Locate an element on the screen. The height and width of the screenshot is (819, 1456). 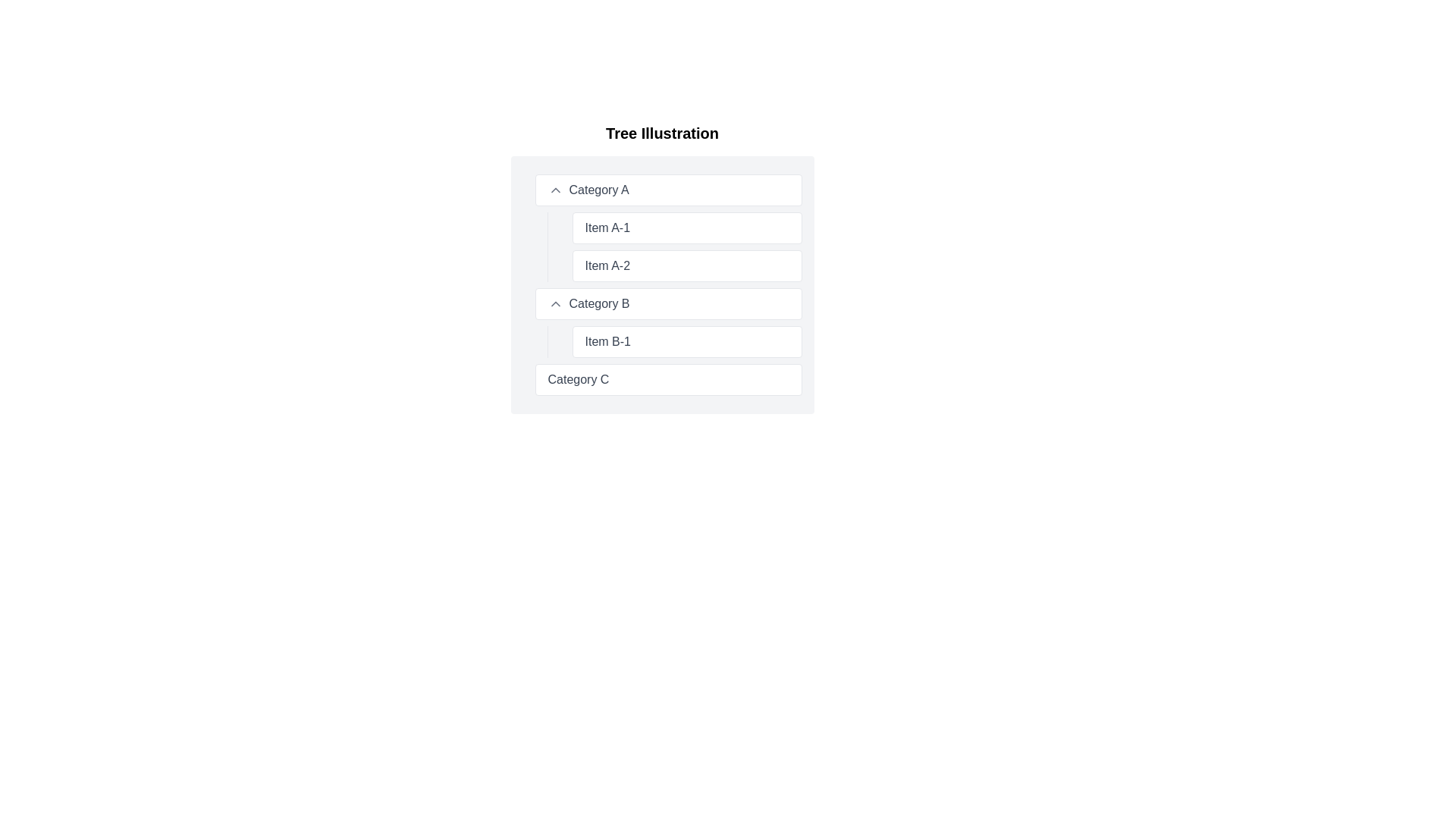
the 'Category B' button, which has a white background, light border, and rounded corners is located at coordinates (667, 304).